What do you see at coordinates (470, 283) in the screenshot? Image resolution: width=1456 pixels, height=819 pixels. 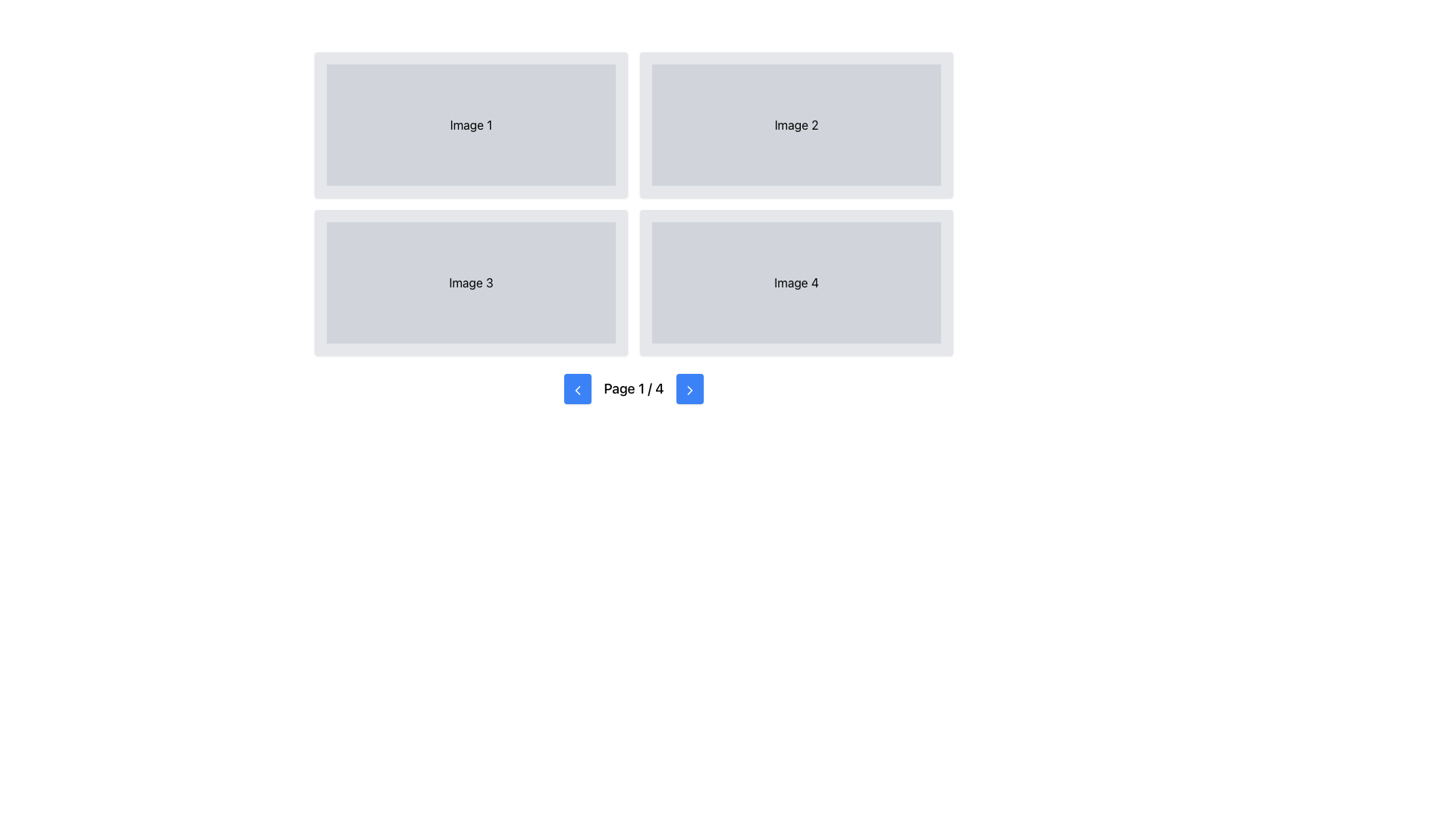 I see `the Static display card which is a gray card-like rectangle with rounded corners and shadow effect containing the text 'Image 3' in black, located in the second row and first column of a 2x2 grid` at bounding box center [470, 283].